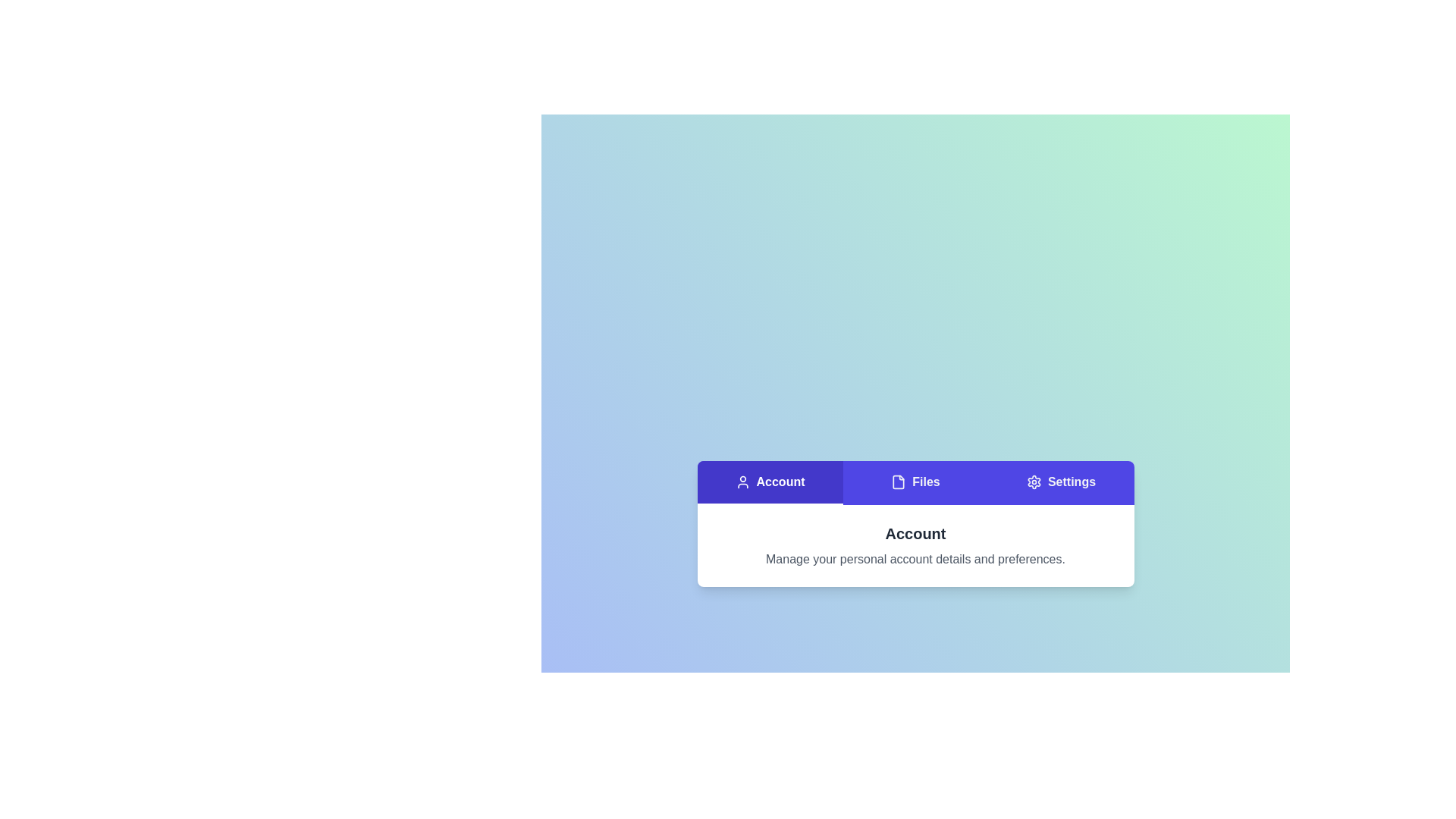  I want to click on the Files tab, so click(915, 482).